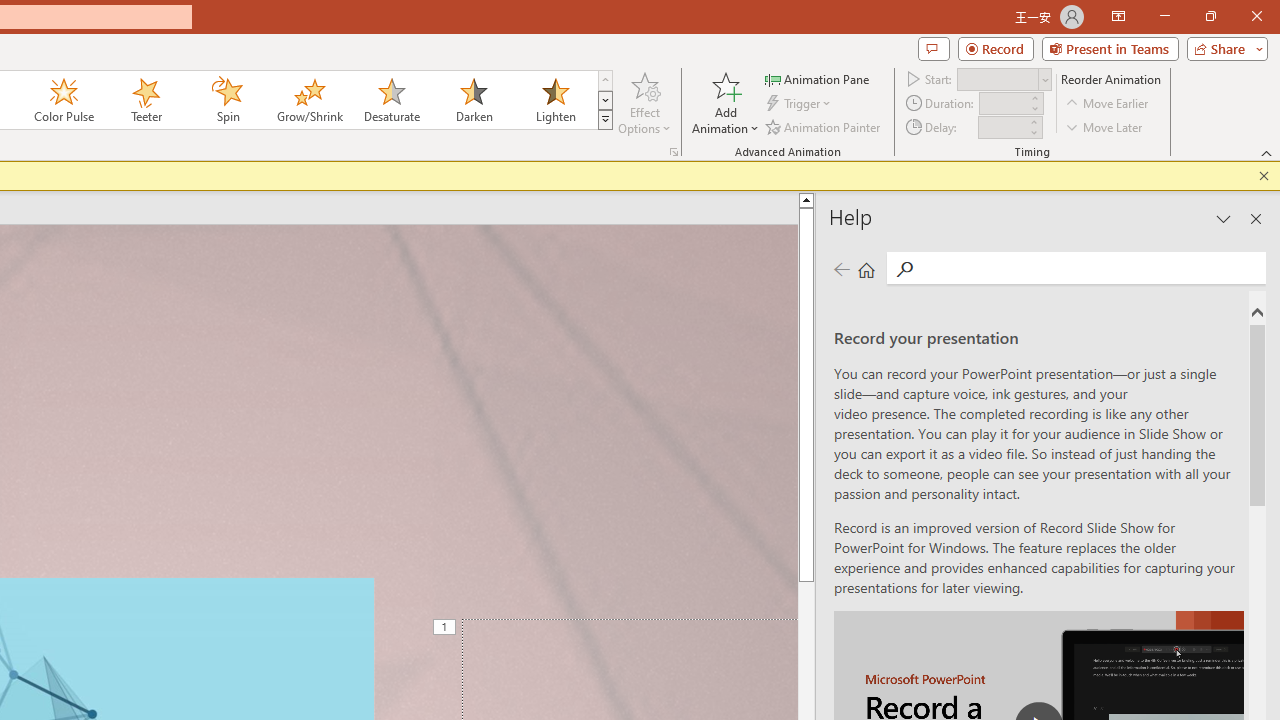 The width and height of the screenshot is (1280, 720). I want to click on 'Animation Styles', so click(604, 120).